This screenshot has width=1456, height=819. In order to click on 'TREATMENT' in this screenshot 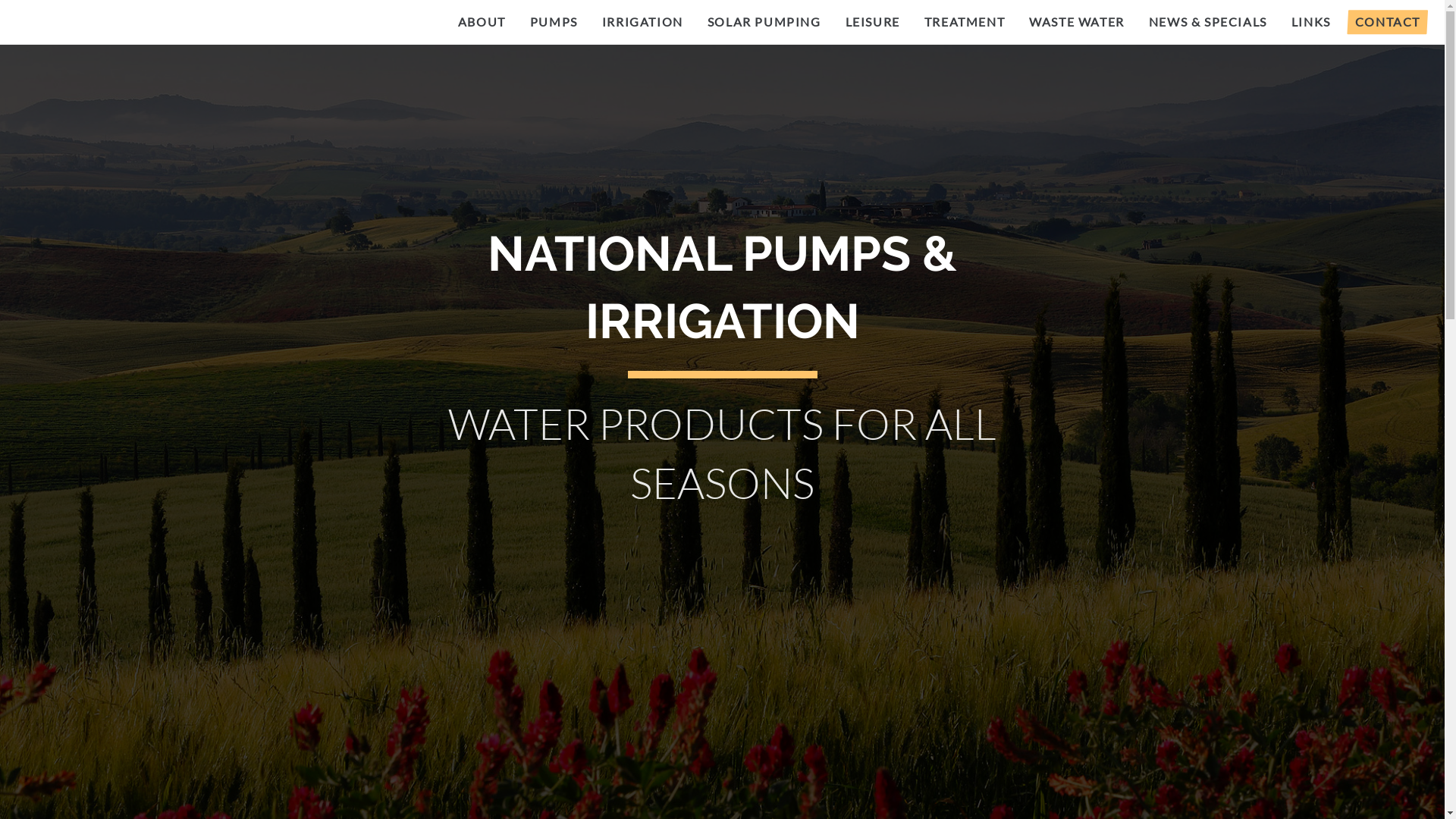, I will do `click(964, 22)`.